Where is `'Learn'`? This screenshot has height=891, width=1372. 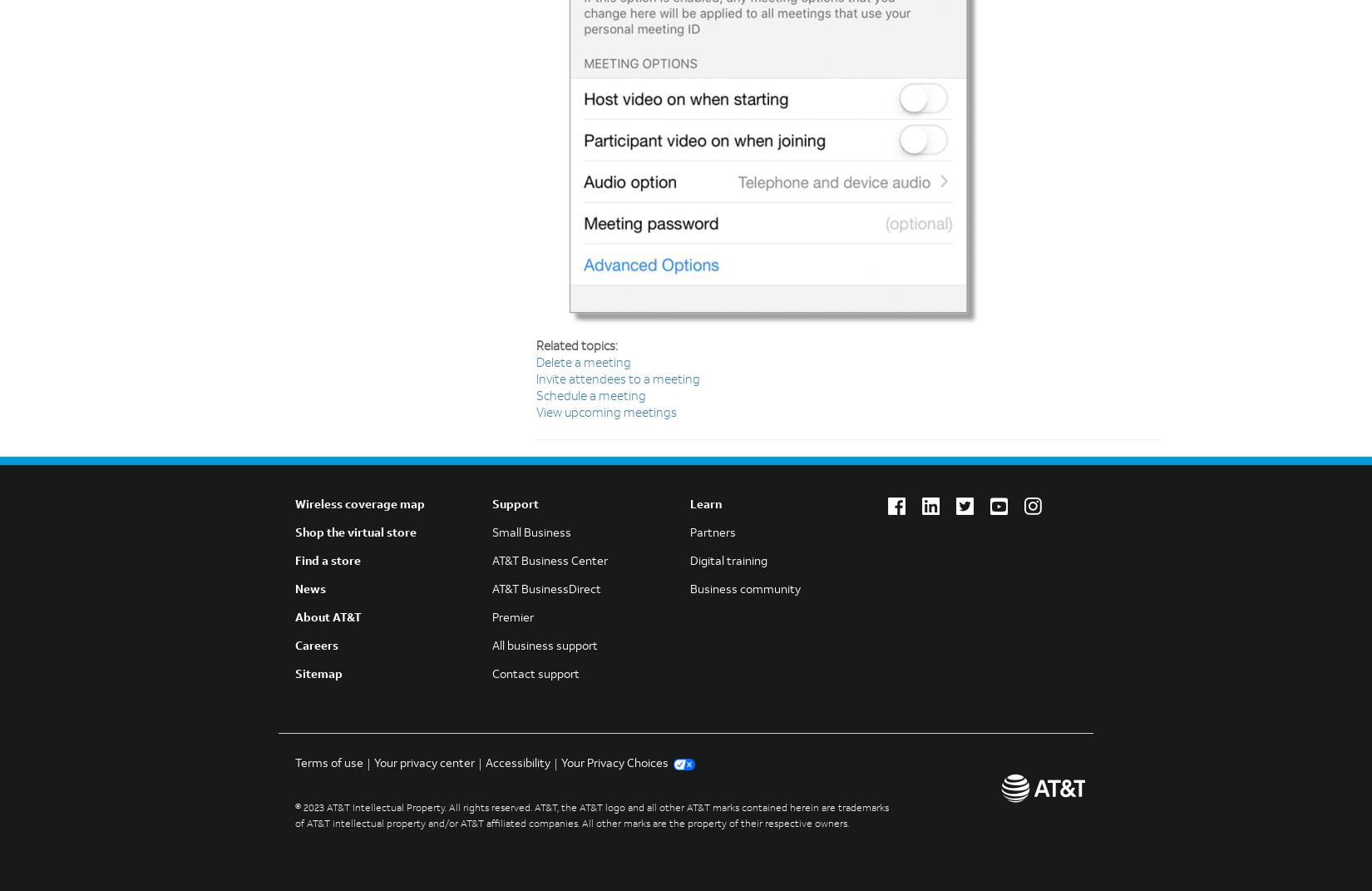 'Learn' is located at coordinates (704, 505).